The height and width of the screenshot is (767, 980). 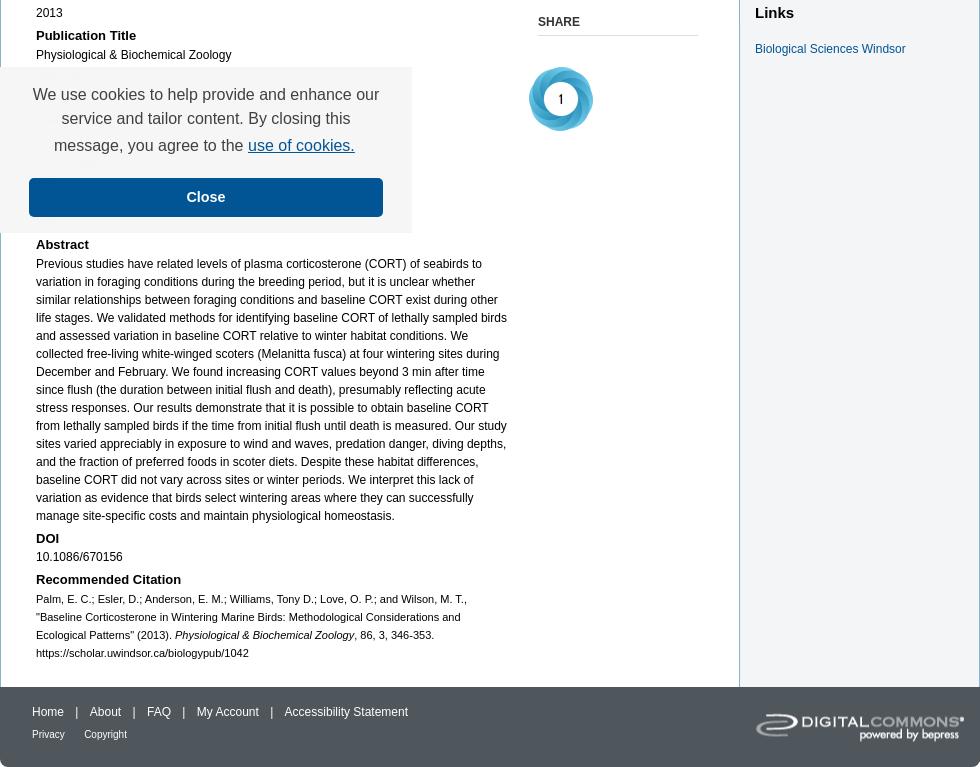 What do you see at coordinates (86, 34) in the screenshot?
I see `'Publication Title'` at bounding box center [86, 34].